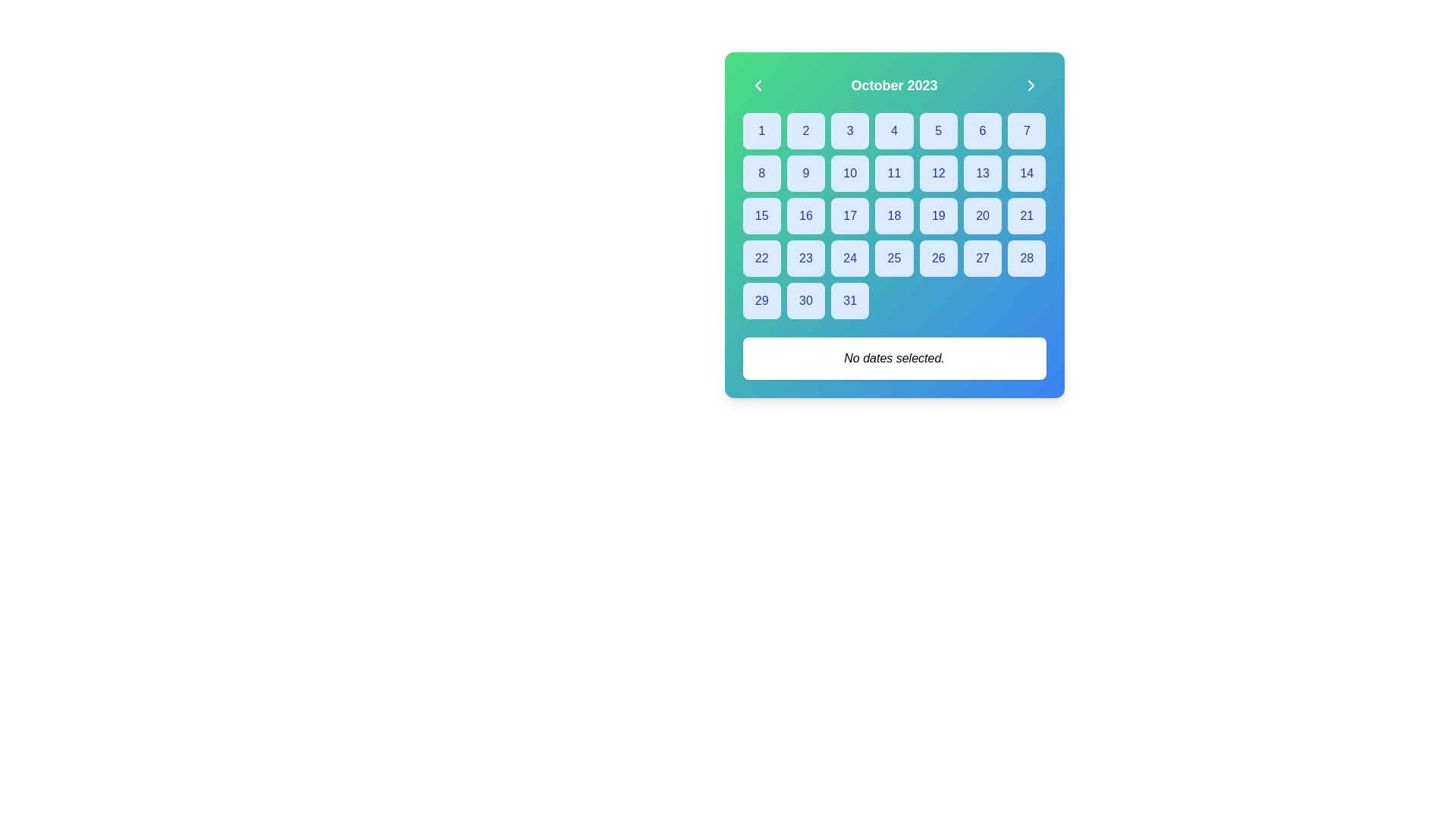  Describe the element at coordinates (850, 301) in the screenshot. I see `the button in the bottom-right corner of the calendar grid` at that location.